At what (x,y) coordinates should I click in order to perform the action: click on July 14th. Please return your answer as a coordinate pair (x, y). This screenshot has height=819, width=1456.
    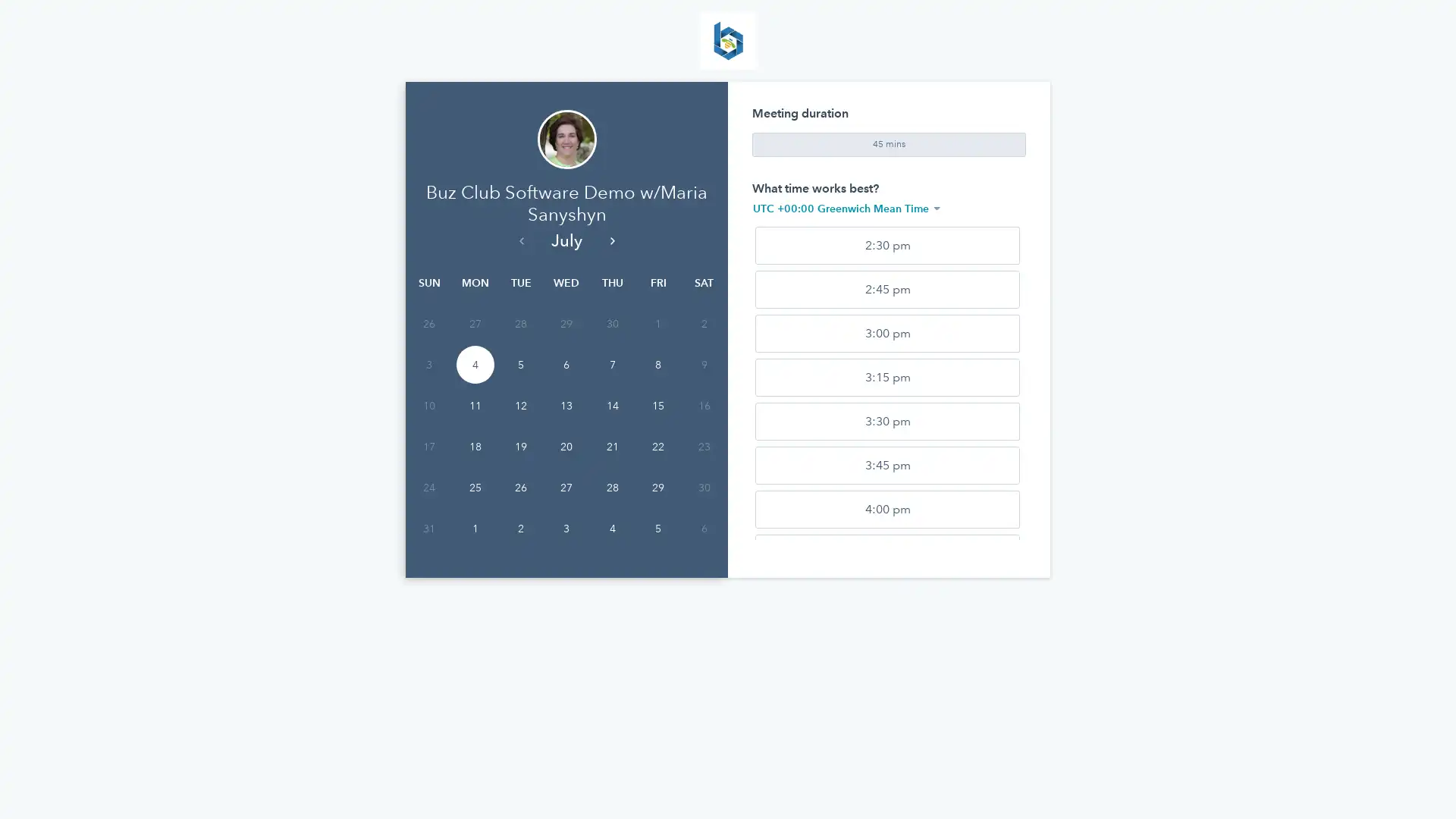
    Looking at the image, I should click on (611, 405).